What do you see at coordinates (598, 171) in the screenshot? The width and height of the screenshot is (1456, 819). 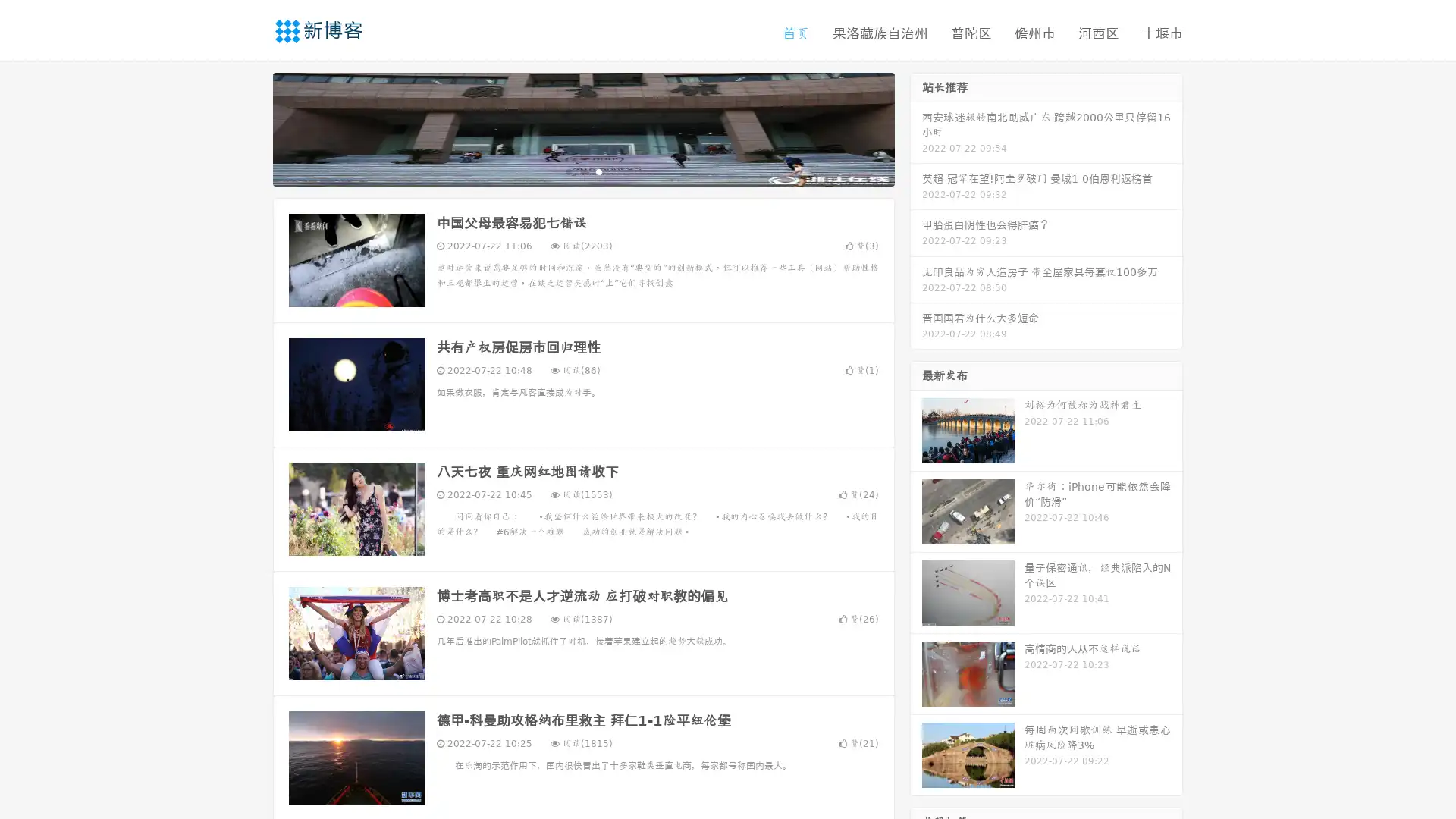 I see `Go to slide 3` at bounding box center [598, 171].